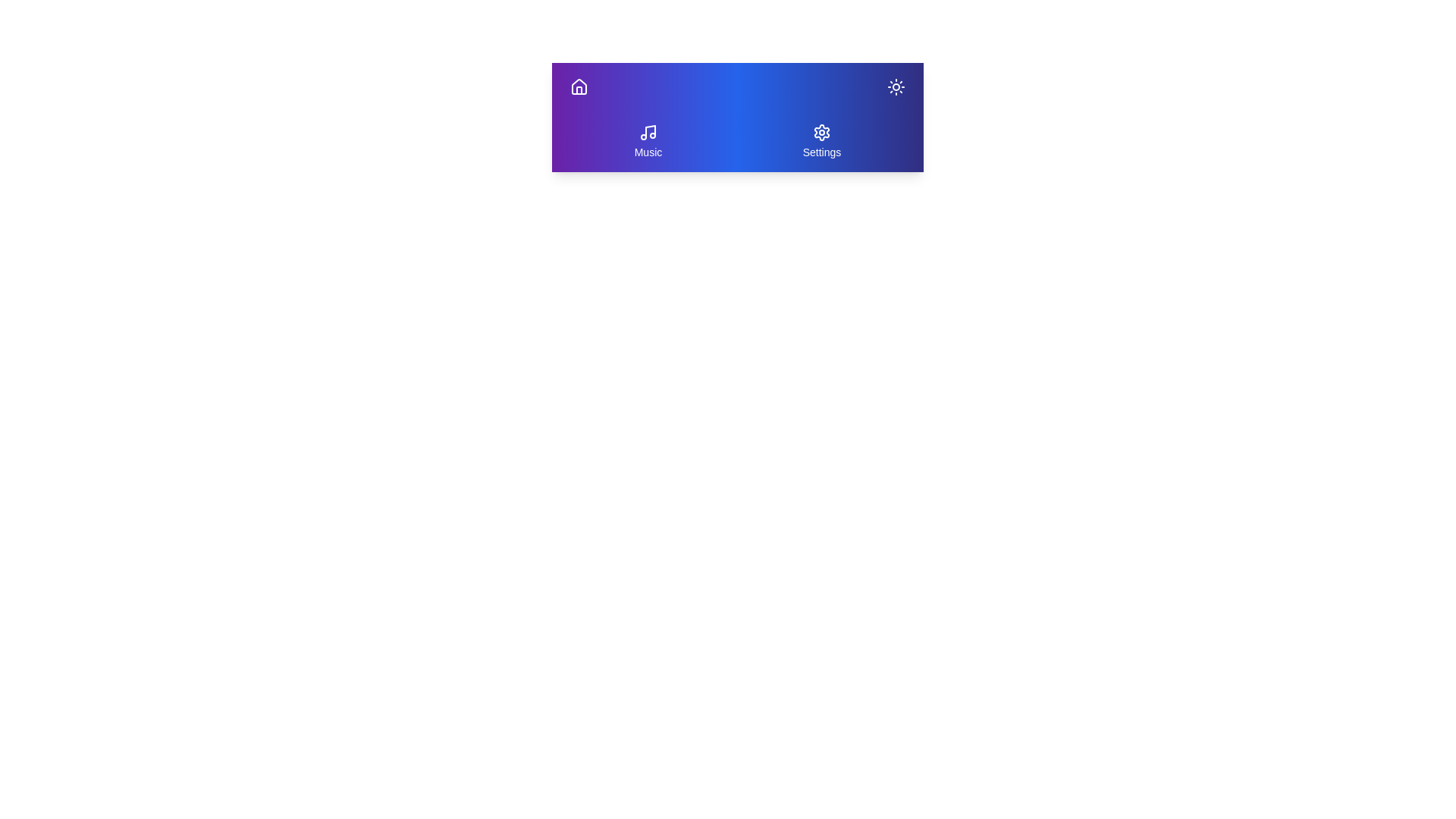 Image resolution: width=1456 pixels, height=819 pixels. Describe the element at coordinates (821, 141) in the screenshot. I see `the 'Settings' button to navigate to the settings page` at that location.